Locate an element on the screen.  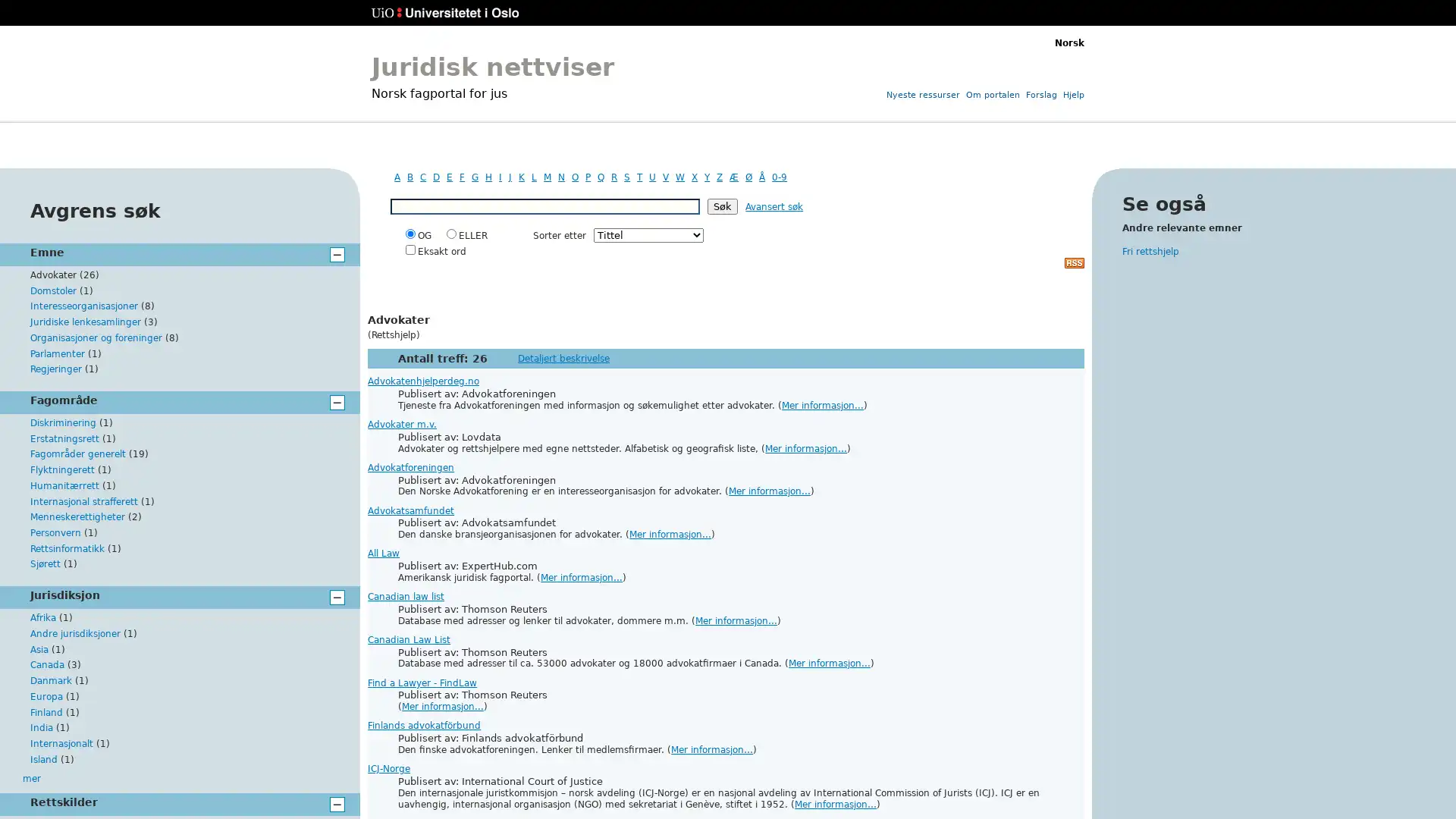
Sk is located at coordinates (722, 206).